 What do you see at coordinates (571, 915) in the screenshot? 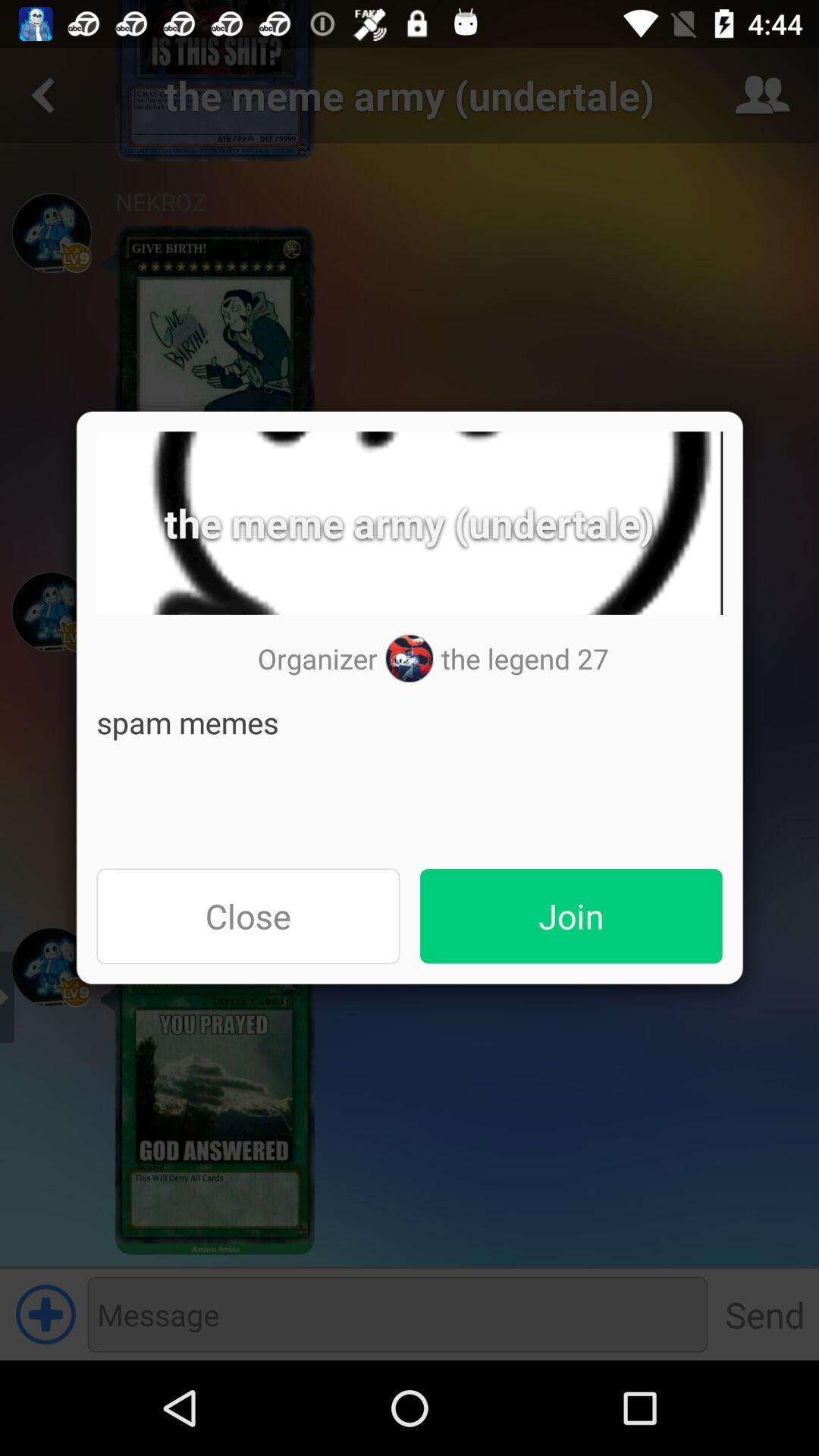
I see `item on the right` at bounding box center [571, 915].